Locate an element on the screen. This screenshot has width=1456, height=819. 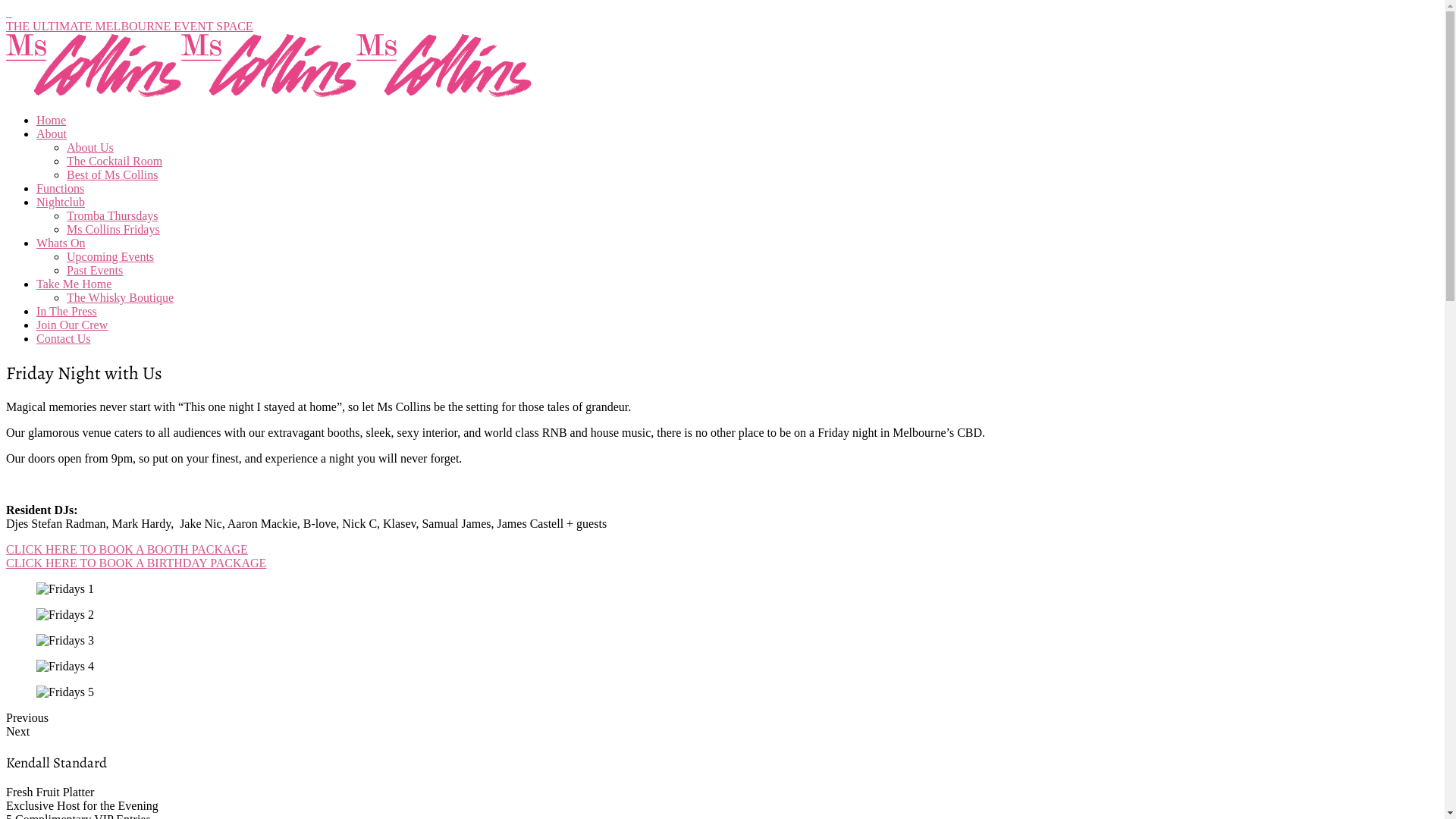
'CLICK HERE TO BOOK A BIRTHDAY PACKAGE' is located at coordinates (136, 563).